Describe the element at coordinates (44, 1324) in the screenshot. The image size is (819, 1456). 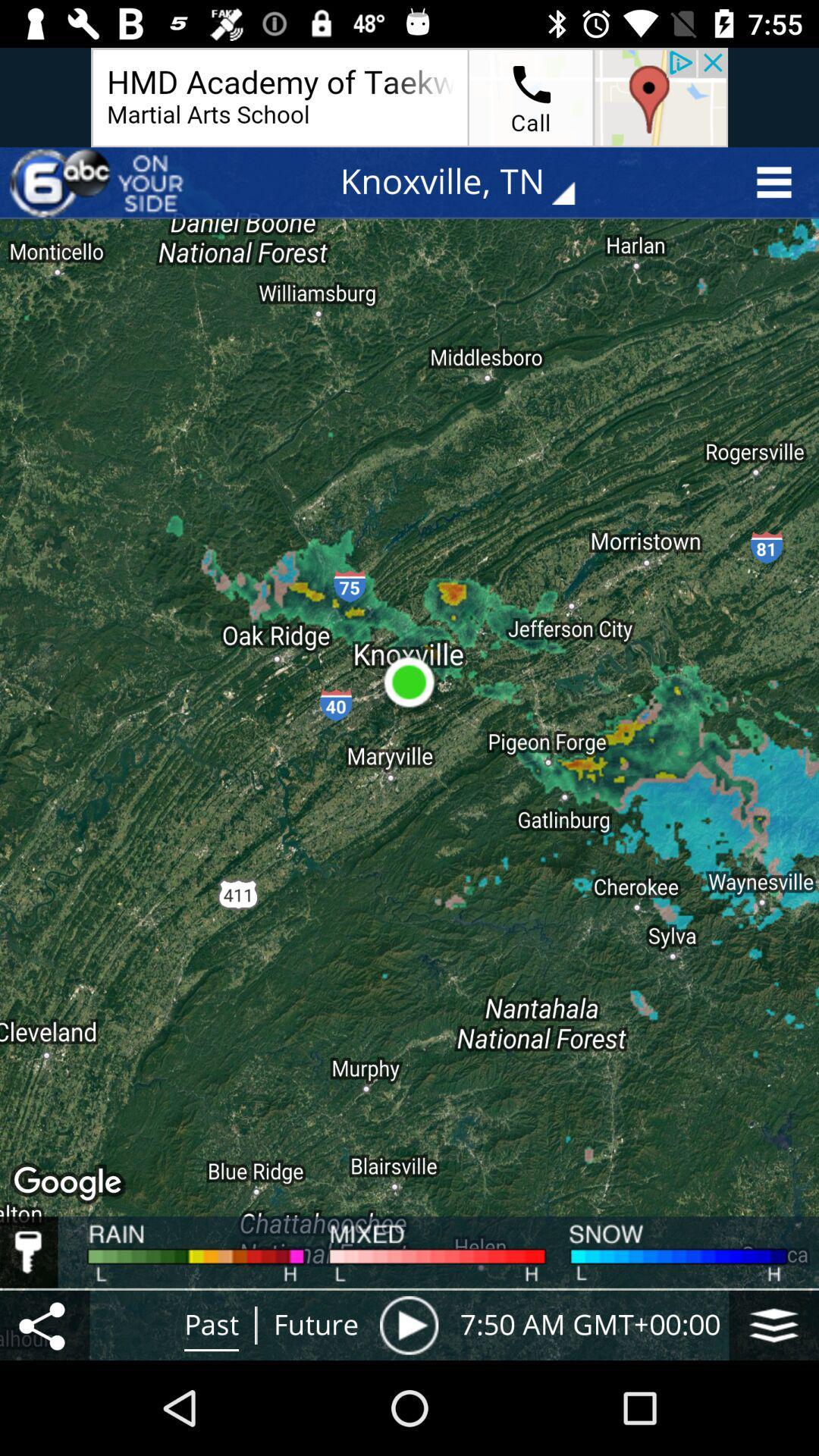
I see `the item to the left of past item` at that location.